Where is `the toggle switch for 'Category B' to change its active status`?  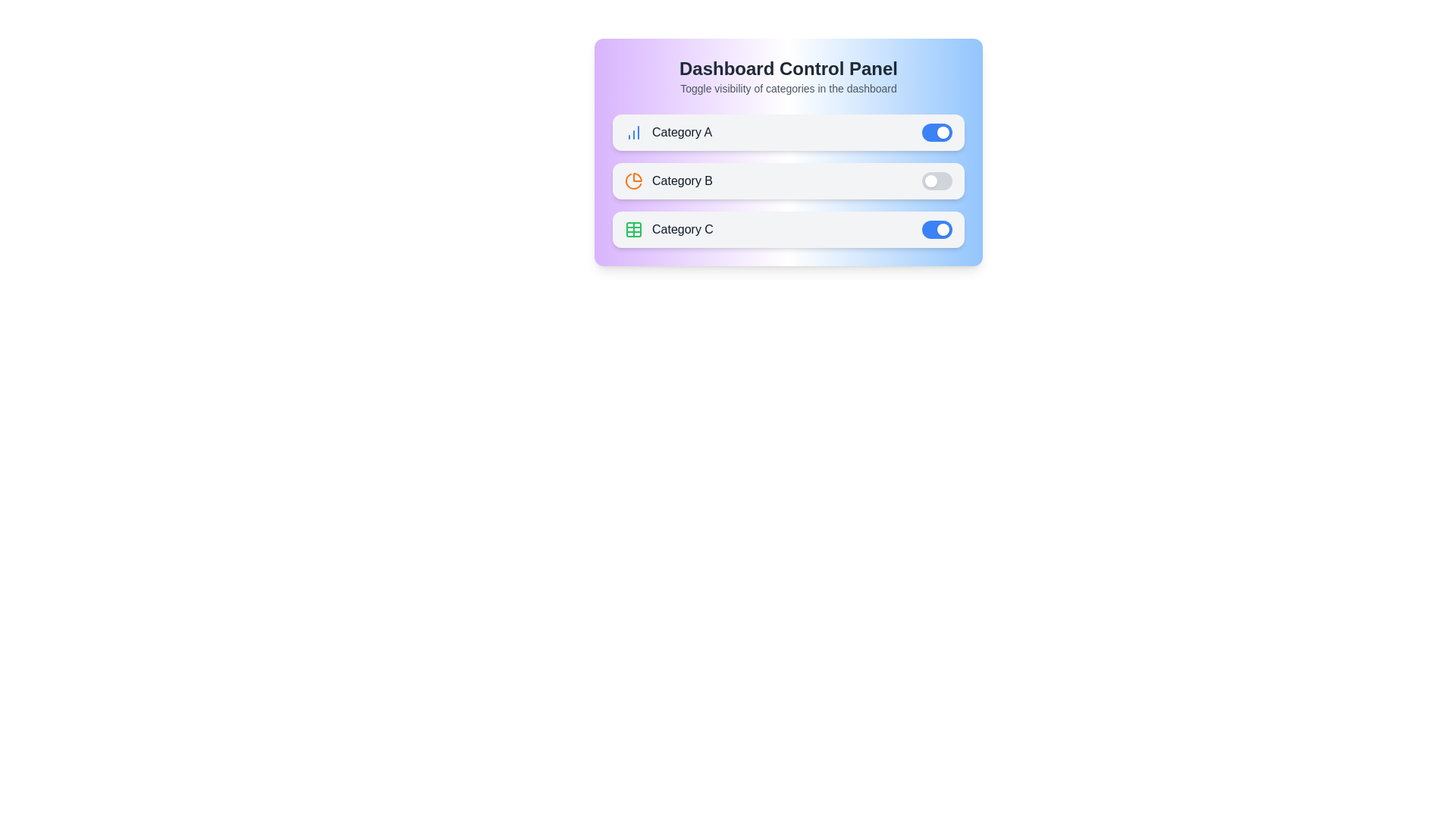 the toggle switch for 'Category B' to change its active status is located at coordinates (937, 180).